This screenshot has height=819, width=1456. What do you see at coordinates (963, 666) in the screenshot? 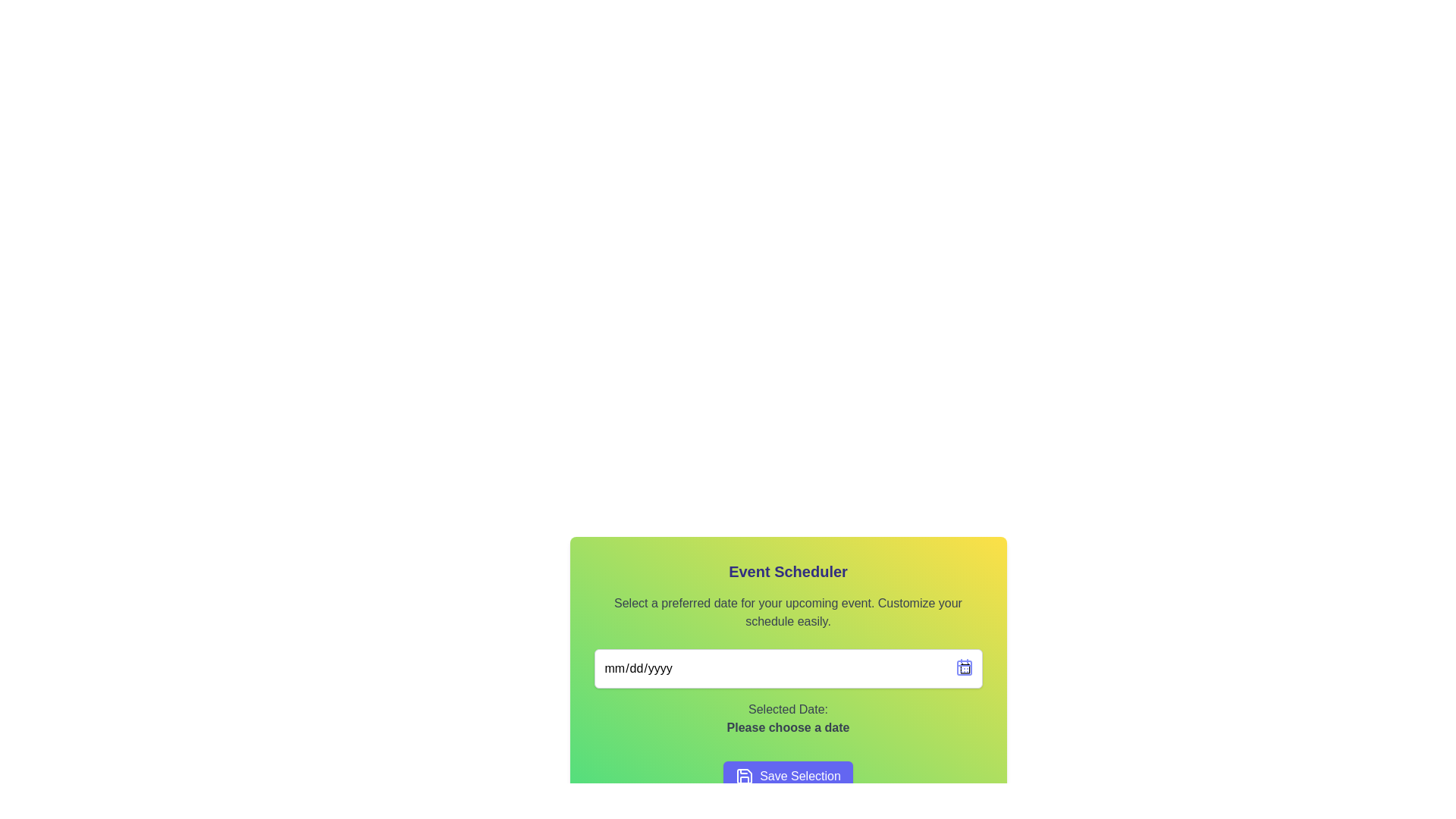
I see `the date picker icon located at the top right corner of the date picker input field` at bounding box center [963, 666].